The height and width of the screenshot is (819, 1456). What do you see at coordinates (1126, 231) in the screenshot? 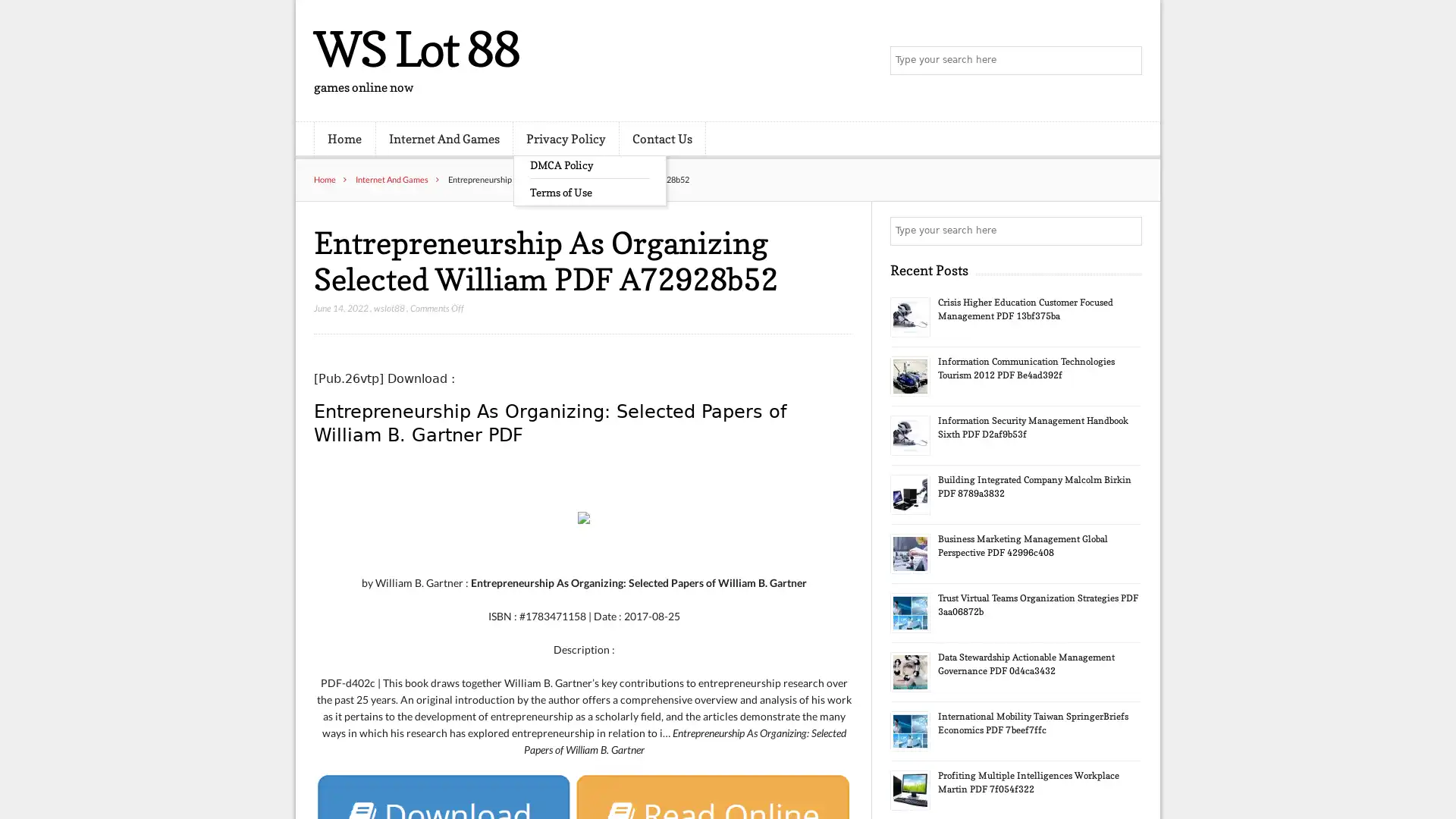
I see `Search` at bounding box center [1126, 231].